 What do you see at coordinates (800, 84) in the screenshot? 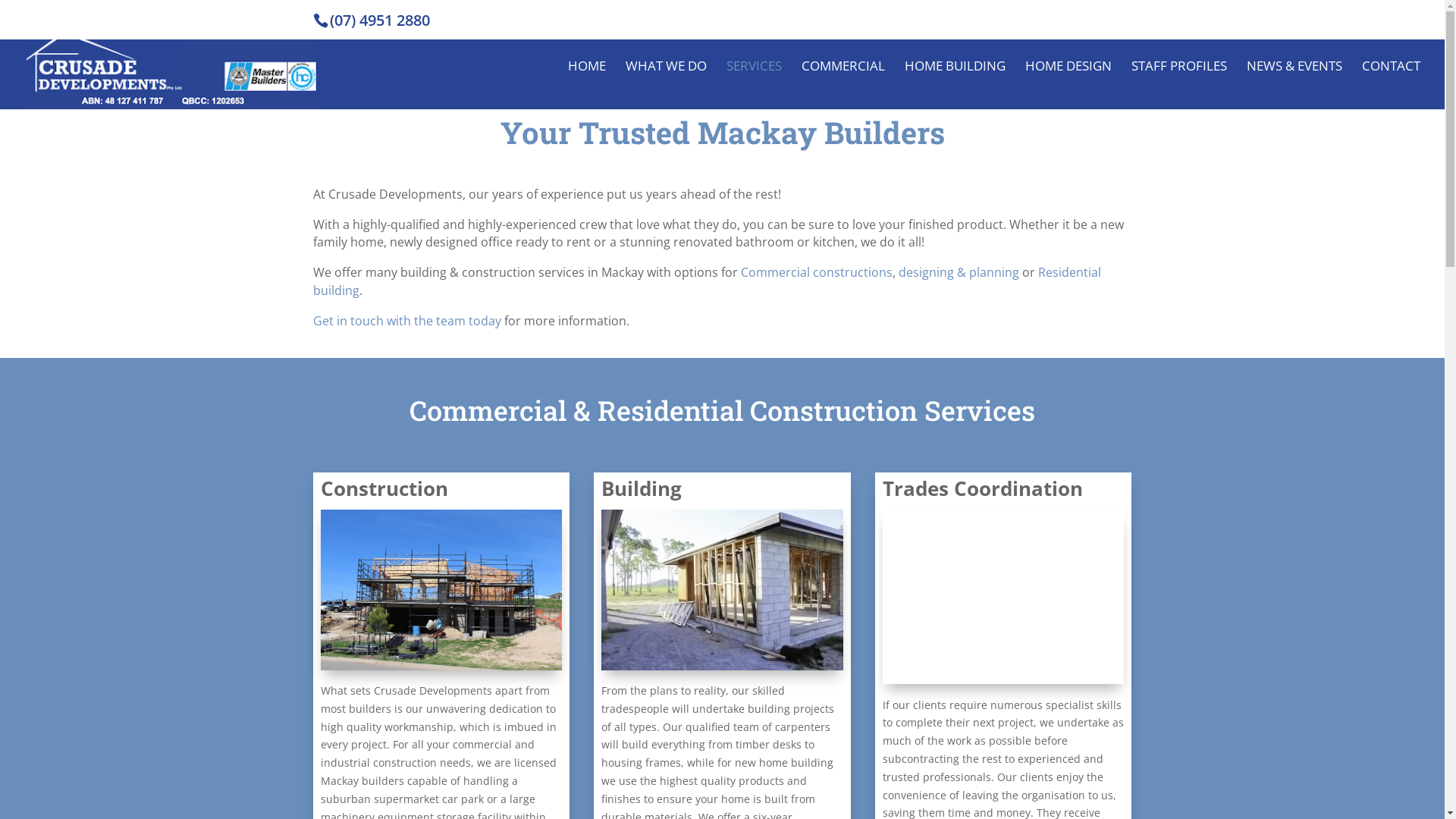
I see `'COMMERCIAL'` at bounding box center [800, 84].